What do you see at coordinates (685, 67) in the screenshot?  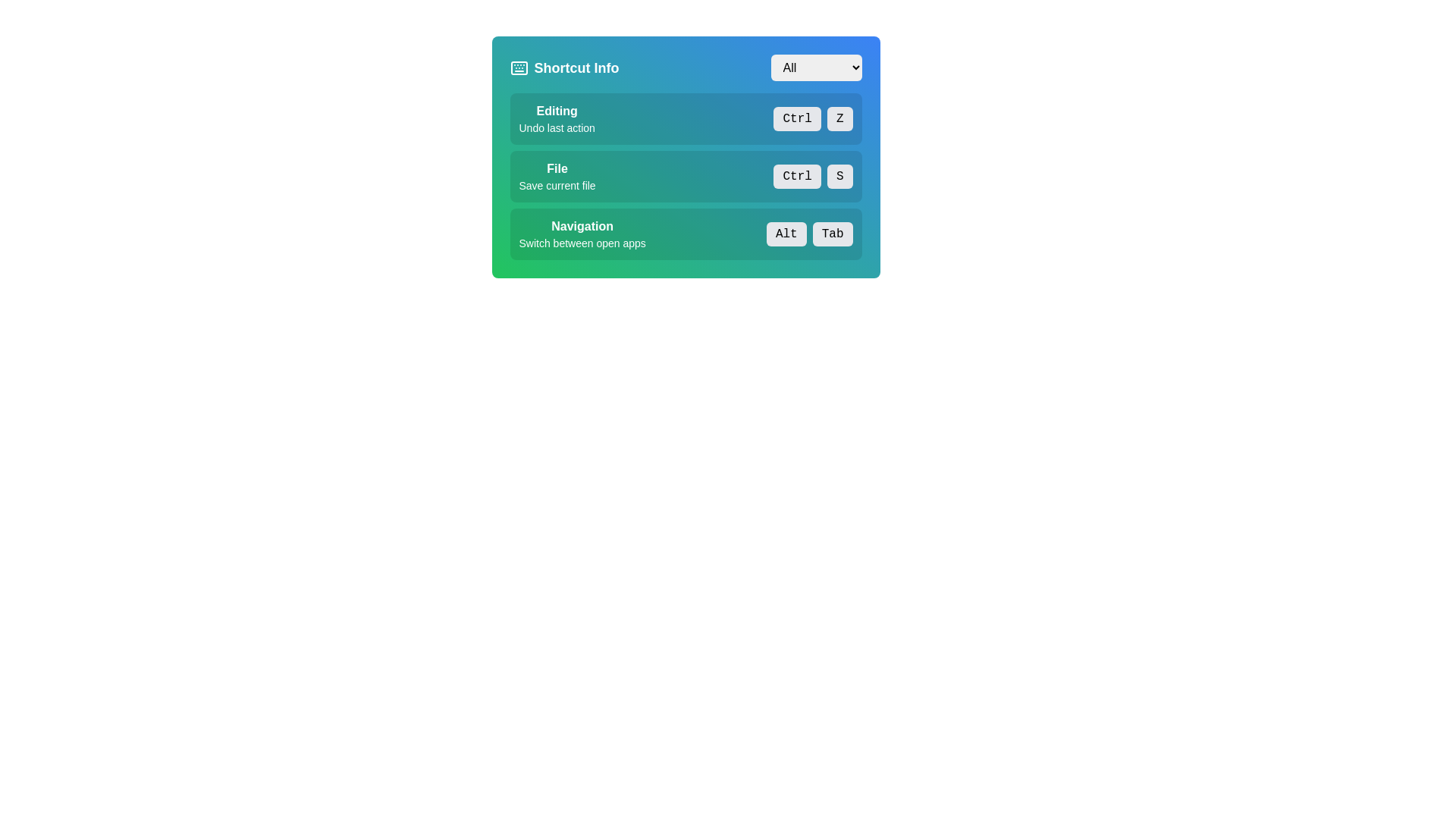 I see `the word 'All' in the Title bar with dropdown labeled 'Shortcut Info'` at bounding box center [685, 67].